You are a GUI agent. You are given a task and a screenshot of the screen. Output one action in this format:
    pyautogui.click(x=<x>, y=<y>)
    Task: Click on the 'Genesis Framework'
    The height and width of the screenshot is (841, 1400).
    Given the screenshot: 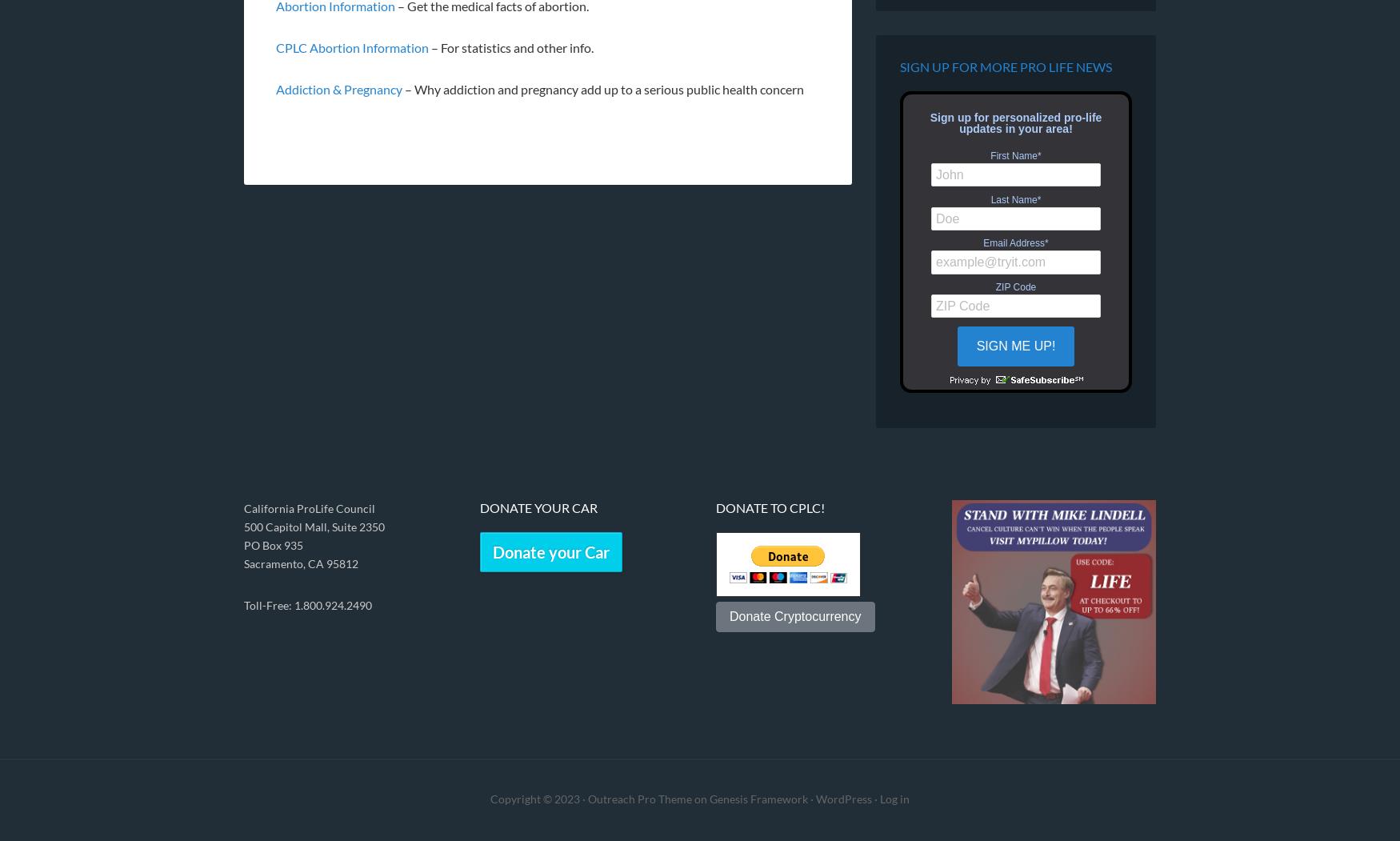 What is the action you would take?
    pyautogui.click(x=758, y=799)
    